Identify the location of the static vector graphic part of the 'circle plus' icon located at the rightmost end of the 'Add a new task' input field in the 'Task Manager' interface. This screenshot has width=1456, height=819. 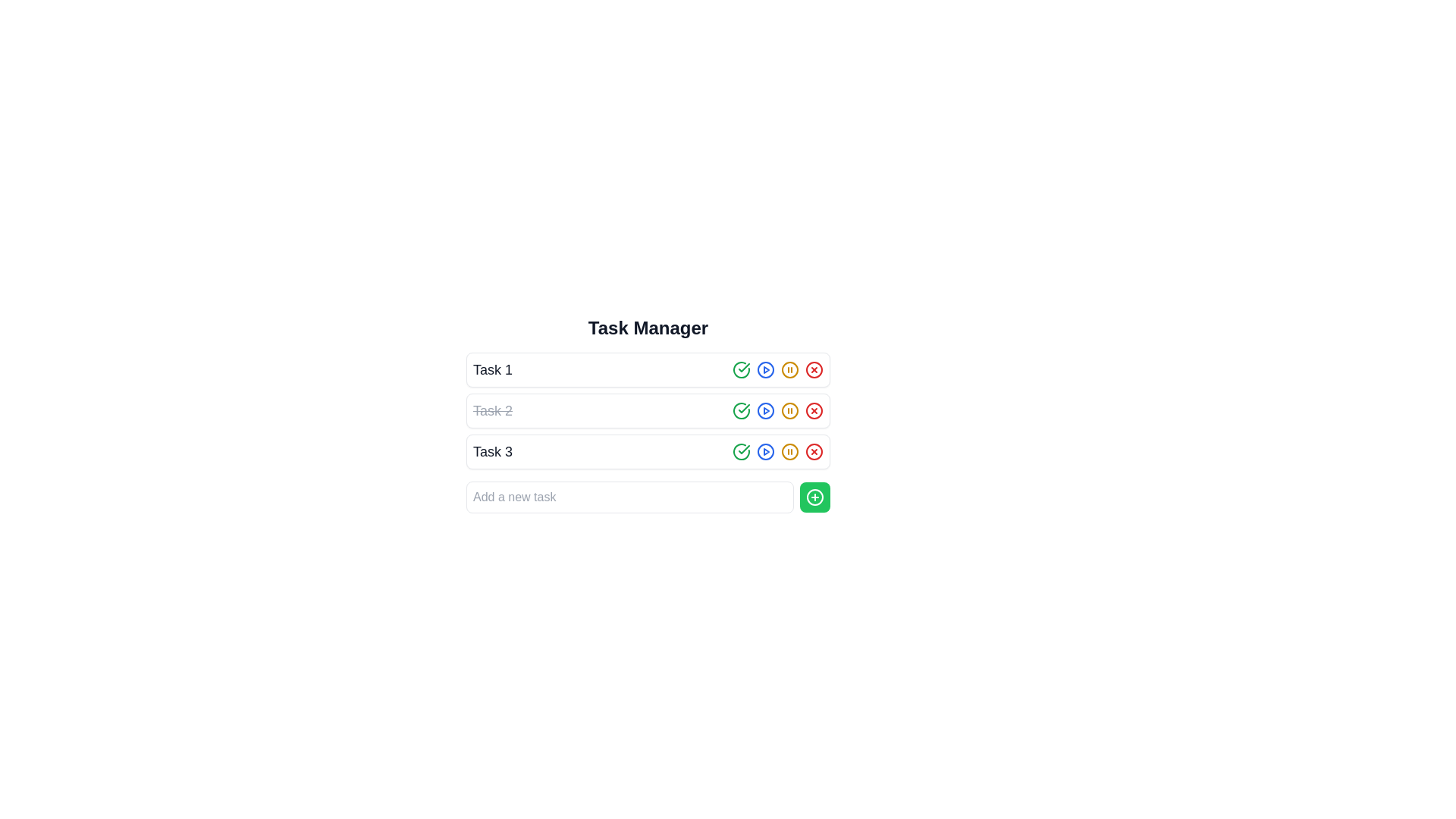
(814, 497).